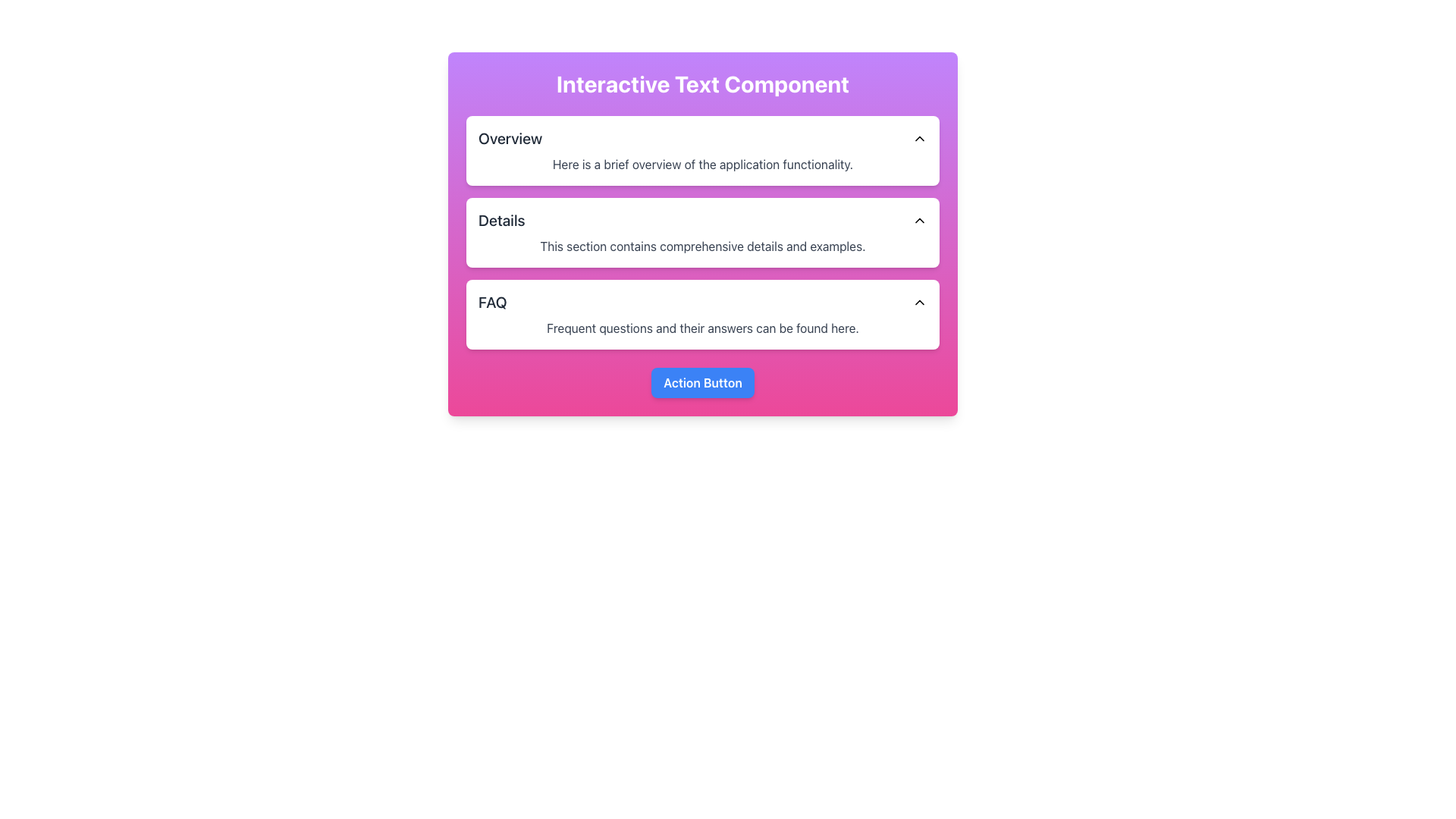  Describe the element at coordinates (701, 245) in the screenshot. I see `the informational Text Label located below the 'Details' title in the second panel of the interface` at that location.